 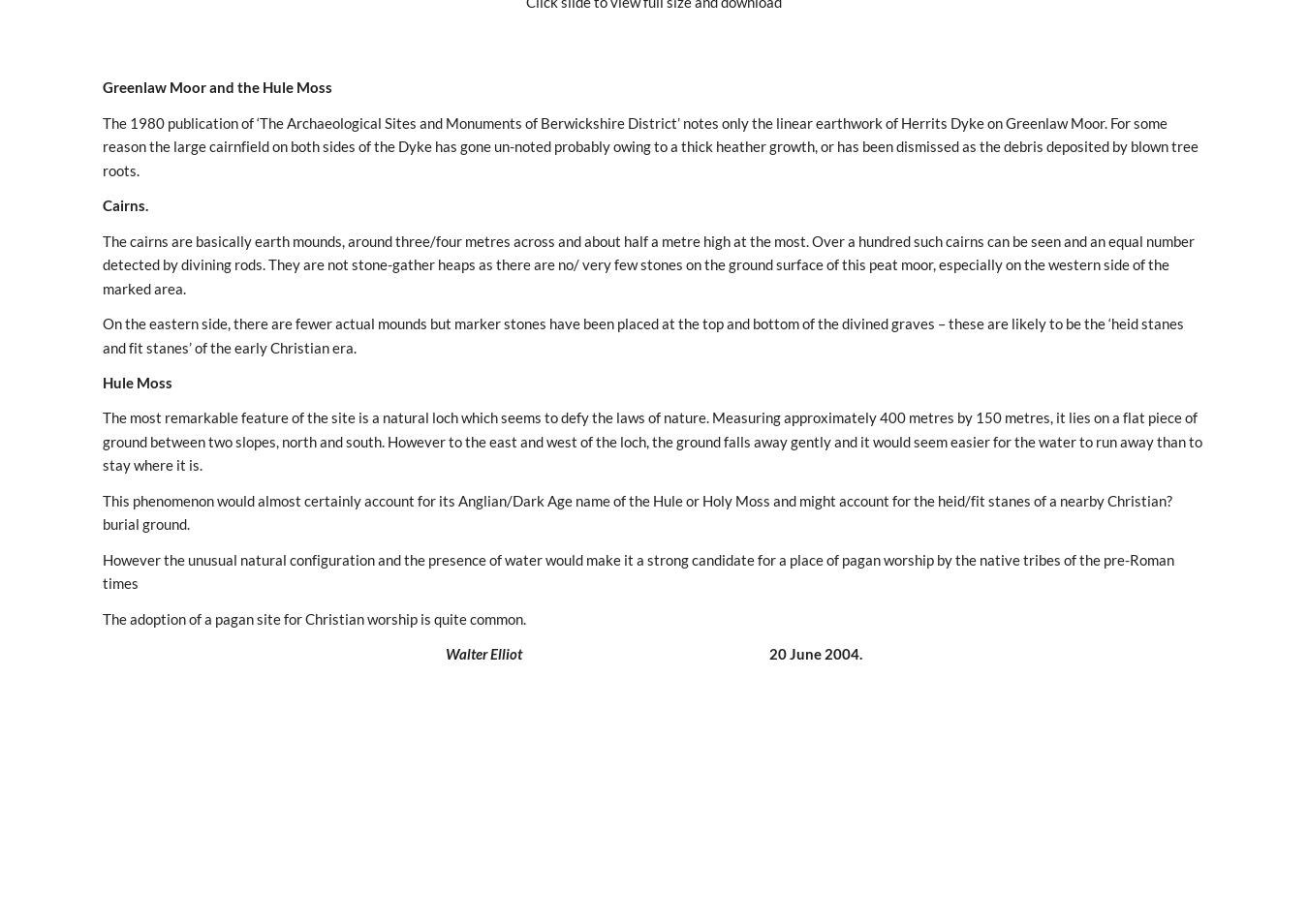 What do you see at coordinates (136, 382) in the screenshot?
I see `'Hule Moss'` at bounding box center [136, 382].